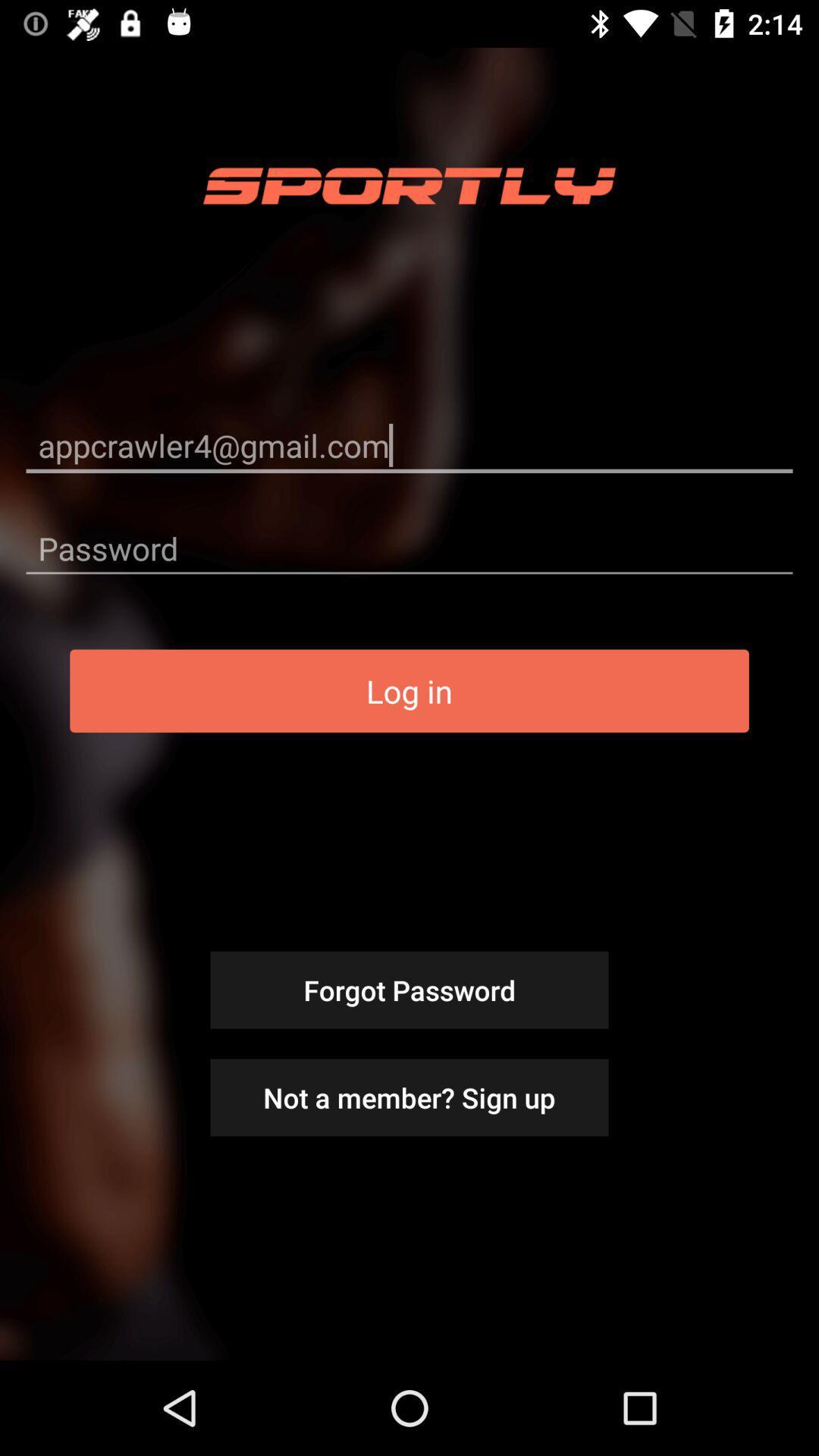 Image resolution: width=819 pixels, height=1456 pixels. What do you see at coordinates (409, 1097) in the screenshot?
I see `the not a member item` at bounding box center [409, 1097].